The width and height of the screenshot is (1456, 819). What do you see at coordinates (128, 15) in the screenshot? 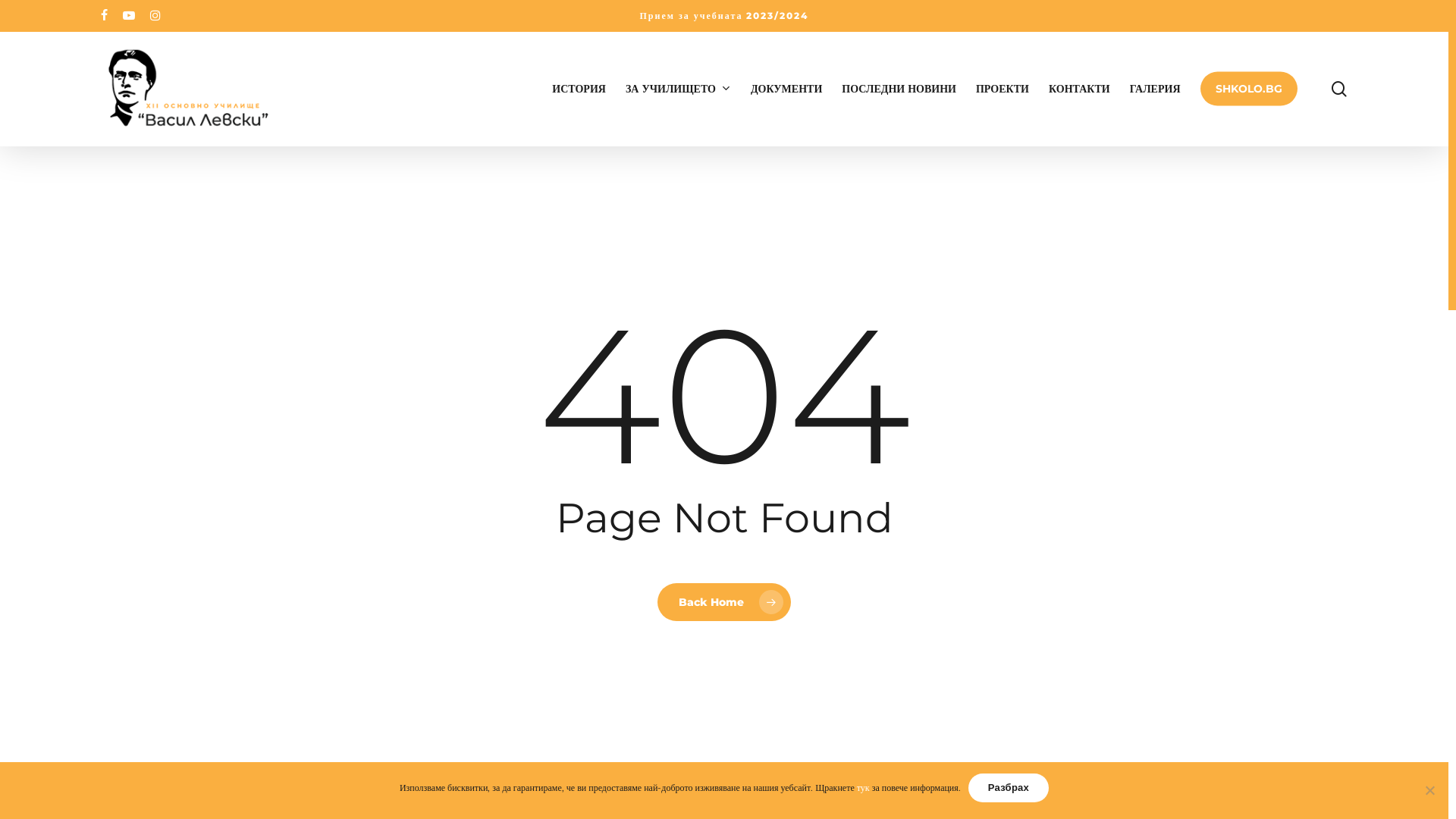
I see `'YOUTUBE'` at bounding box center [128, 15].